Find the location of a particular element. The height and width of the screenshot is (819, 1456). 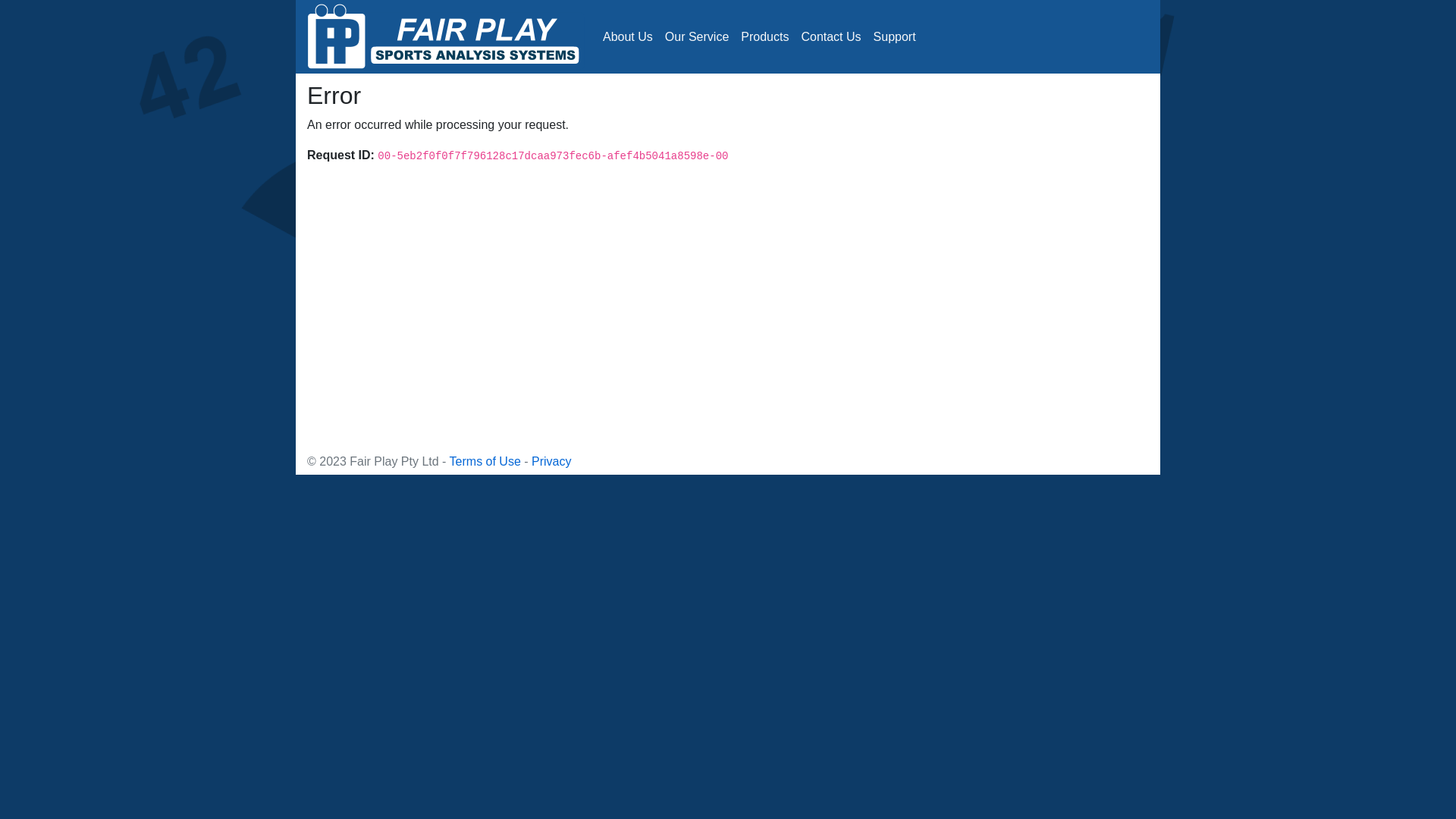

'Products' is located at coordinates (764, 35).